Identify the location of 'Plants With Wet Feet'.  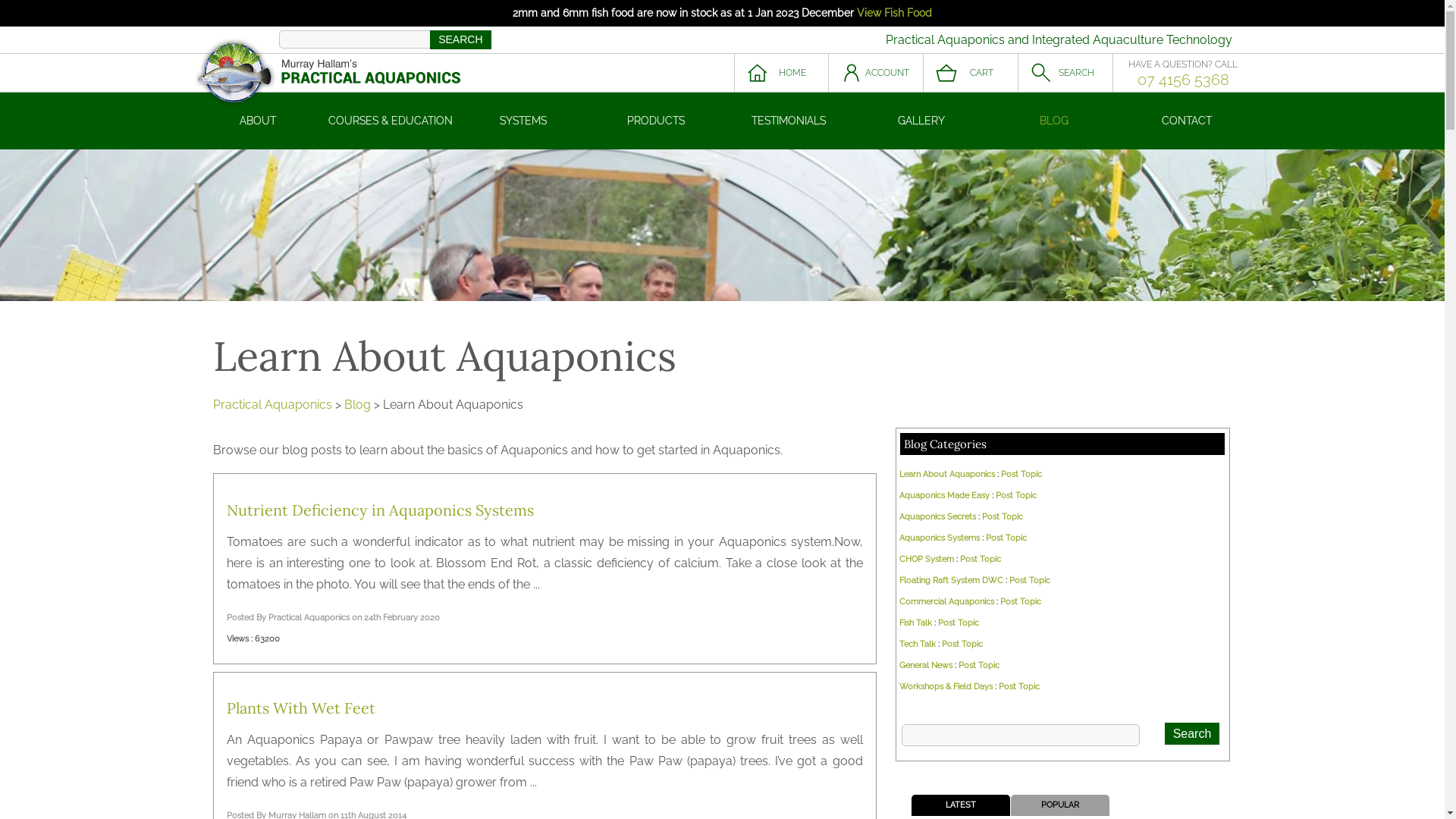
(301, 708).